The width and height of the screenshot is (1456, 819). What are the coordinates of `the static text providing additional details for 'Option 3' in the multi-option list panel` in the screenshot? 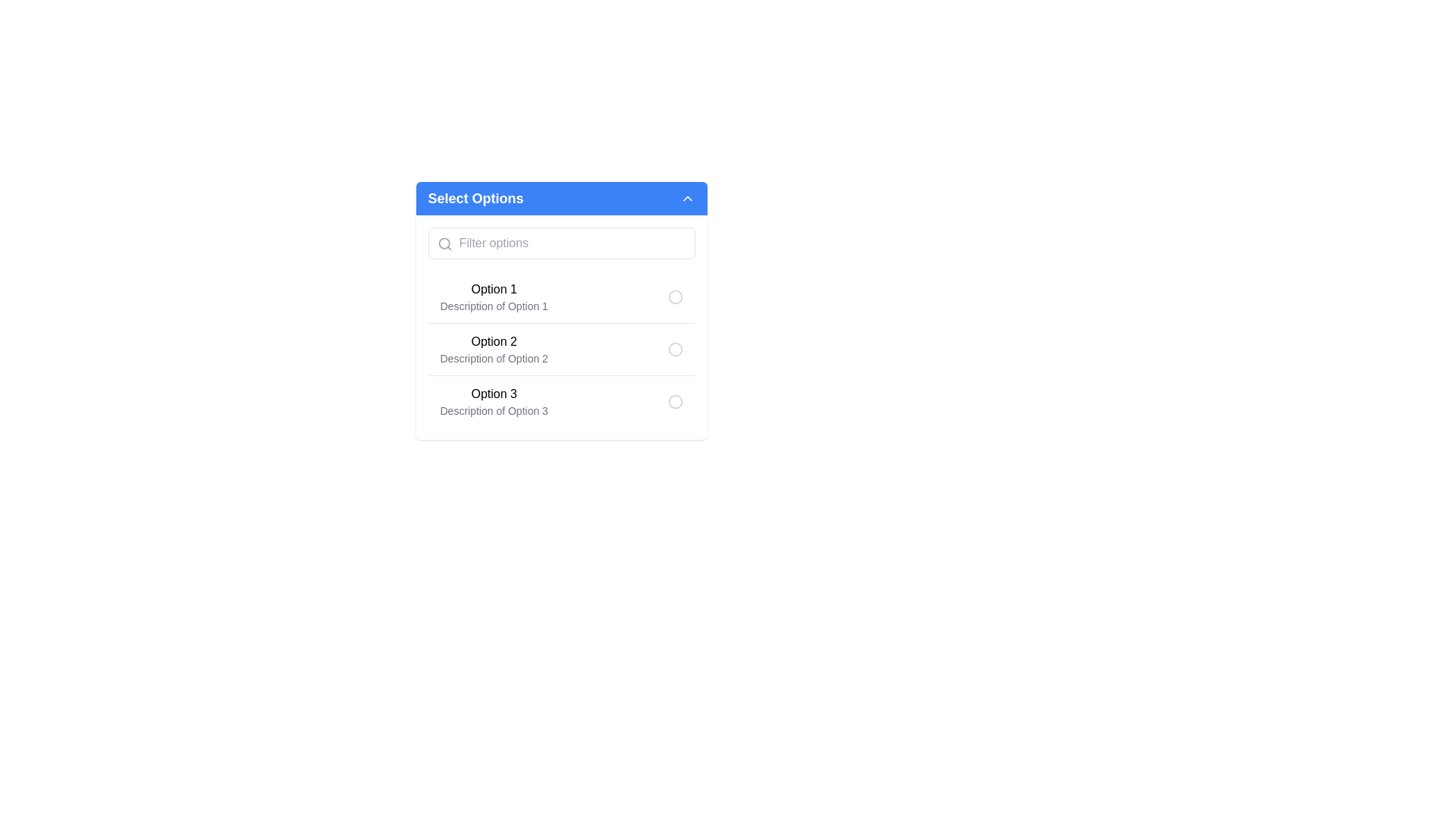 It's located at (494, 411).